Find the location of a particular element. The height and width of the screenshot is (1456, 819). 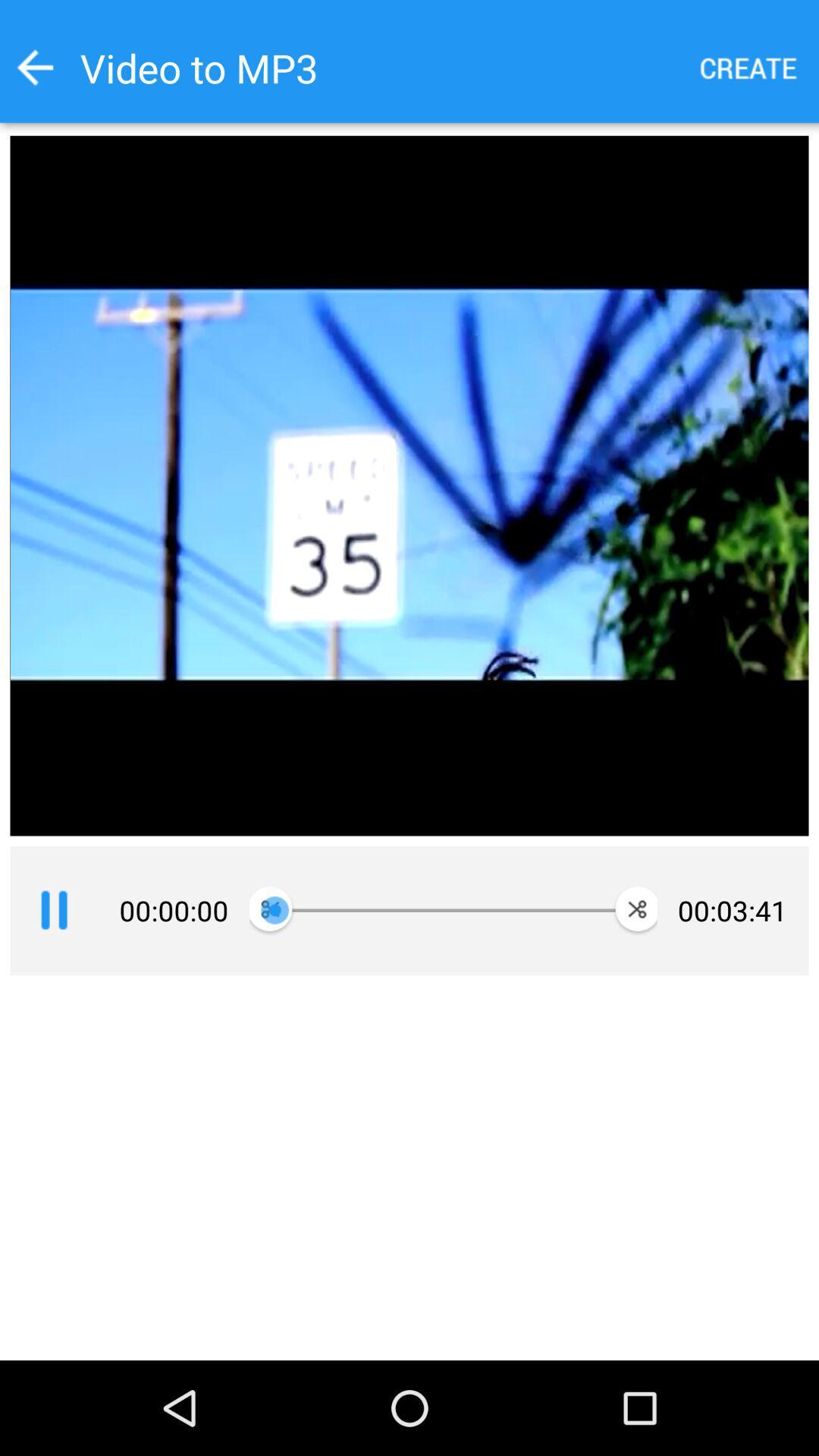

pause video is located at coordinates (53, 910).